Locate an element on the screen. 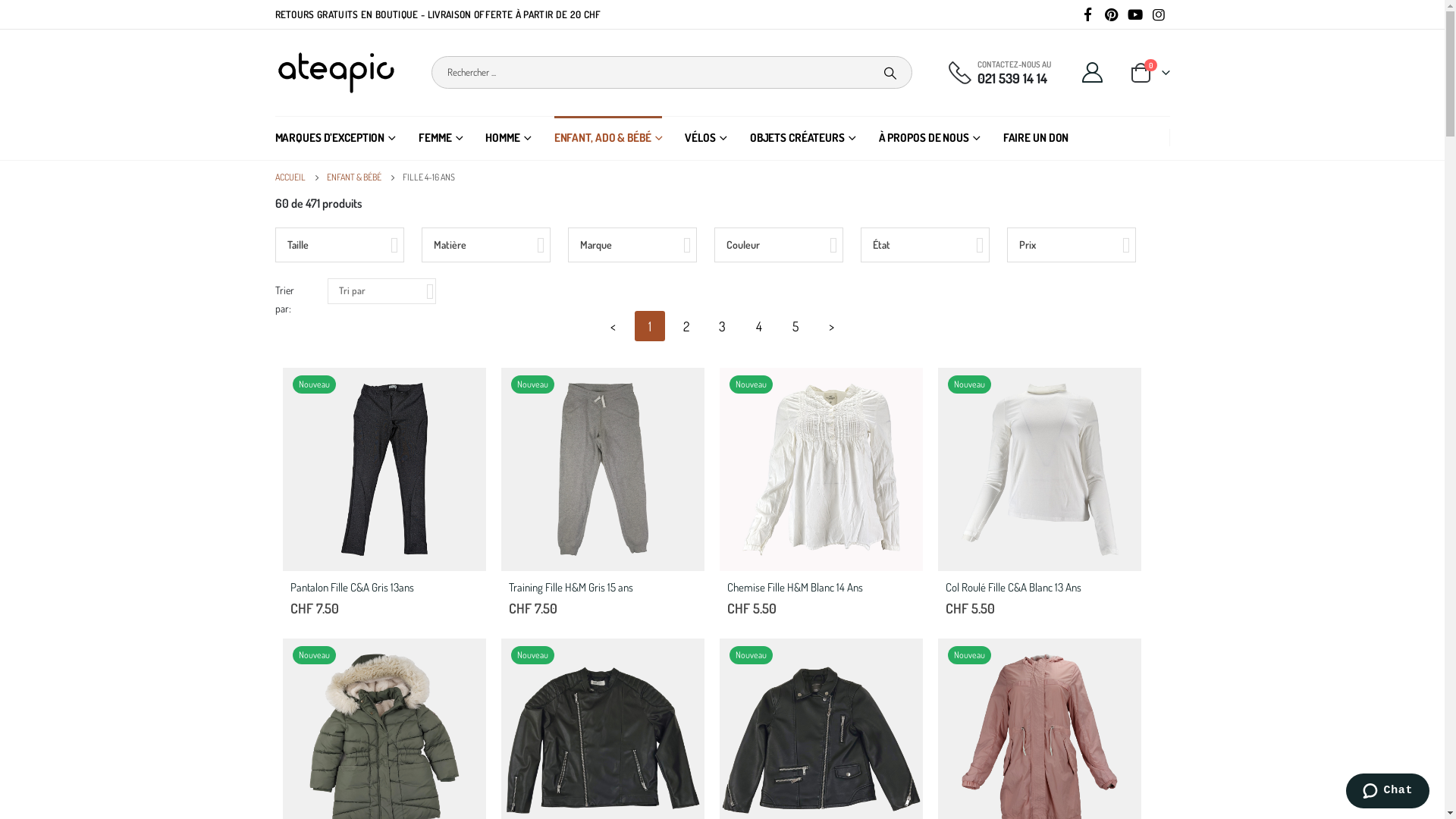 Image resolution: width=1456 pixels, height=819 pixels. 'FAIRE UN DON' is located at coordinates (1035, 137).